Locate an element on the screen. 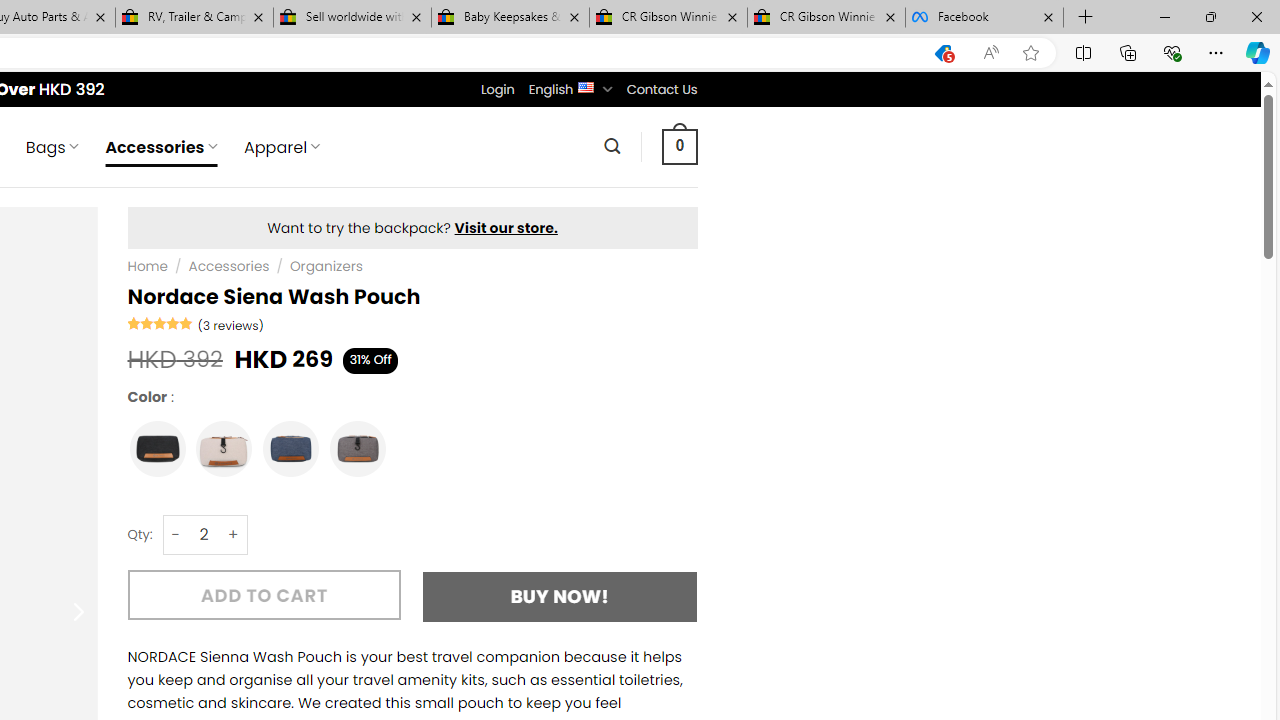 The height and width of the screenshot is (720, 1280). ' 0 ' is located at coordinates (679, 145).